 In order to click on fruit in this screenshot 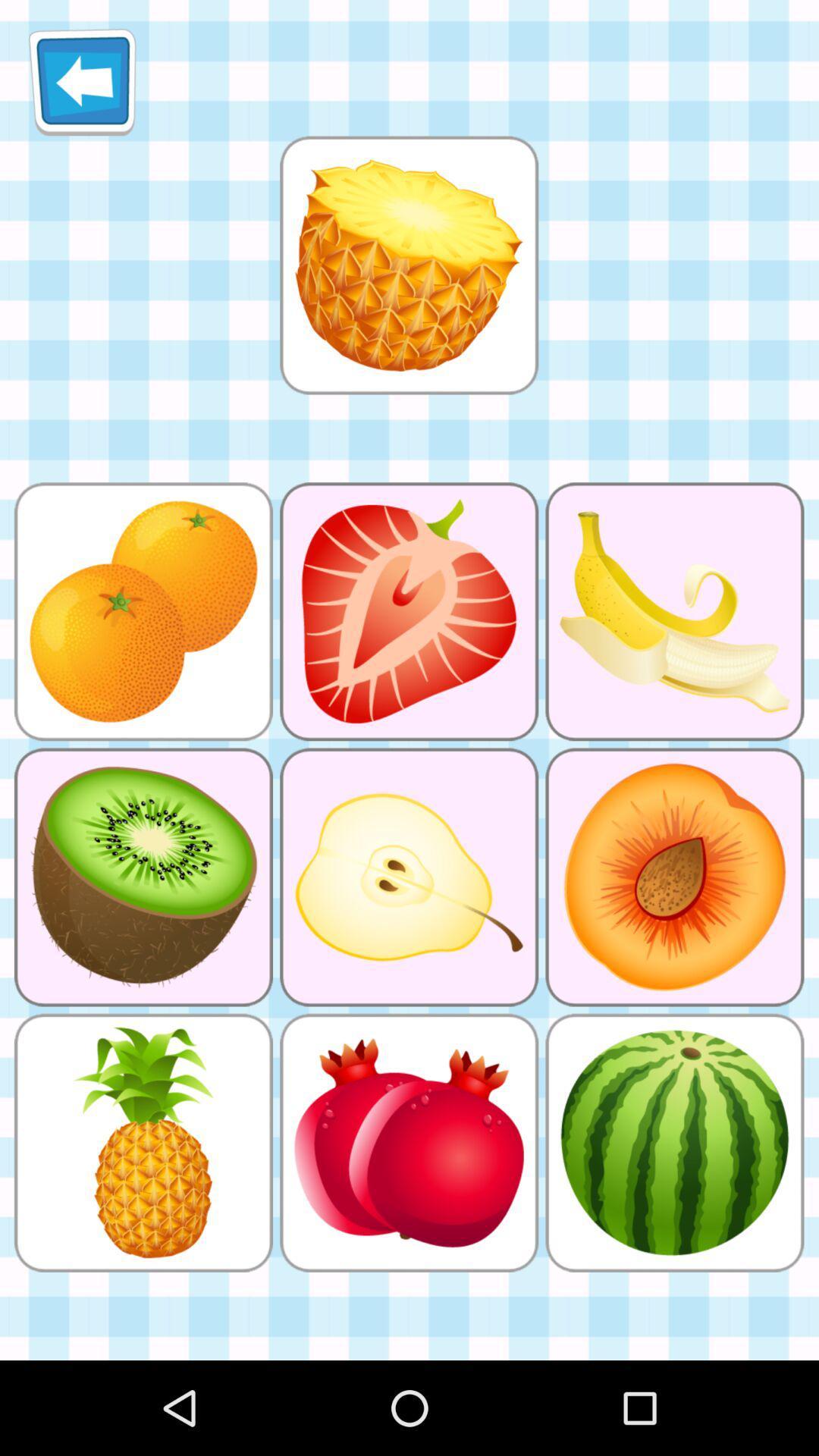, I will do `click(408, 265)`.